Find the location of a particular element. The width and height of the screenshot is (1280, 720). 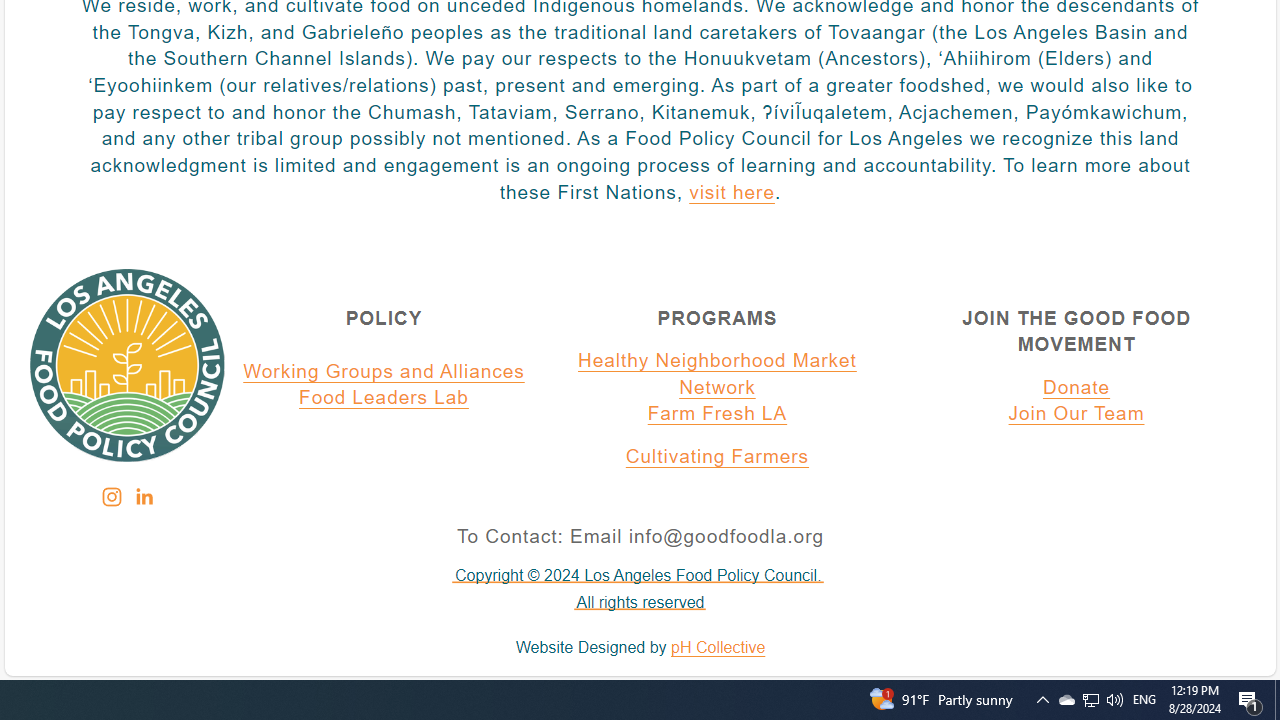

'visit here' is located at coordinates (730, 193).